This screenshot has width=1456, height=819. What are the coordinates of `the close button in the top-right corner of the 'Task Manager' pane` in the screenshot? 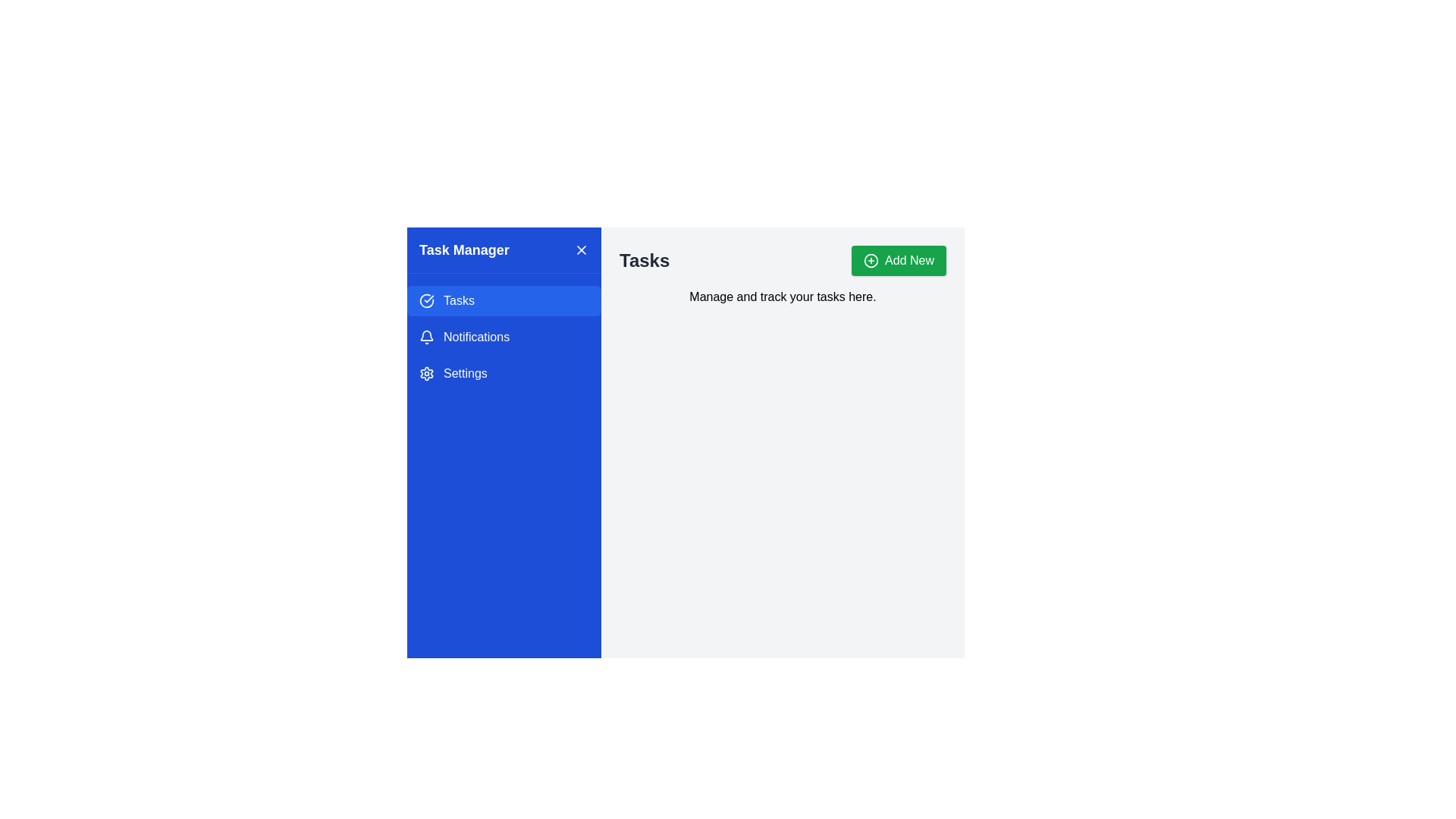 It's located at (581, 249).